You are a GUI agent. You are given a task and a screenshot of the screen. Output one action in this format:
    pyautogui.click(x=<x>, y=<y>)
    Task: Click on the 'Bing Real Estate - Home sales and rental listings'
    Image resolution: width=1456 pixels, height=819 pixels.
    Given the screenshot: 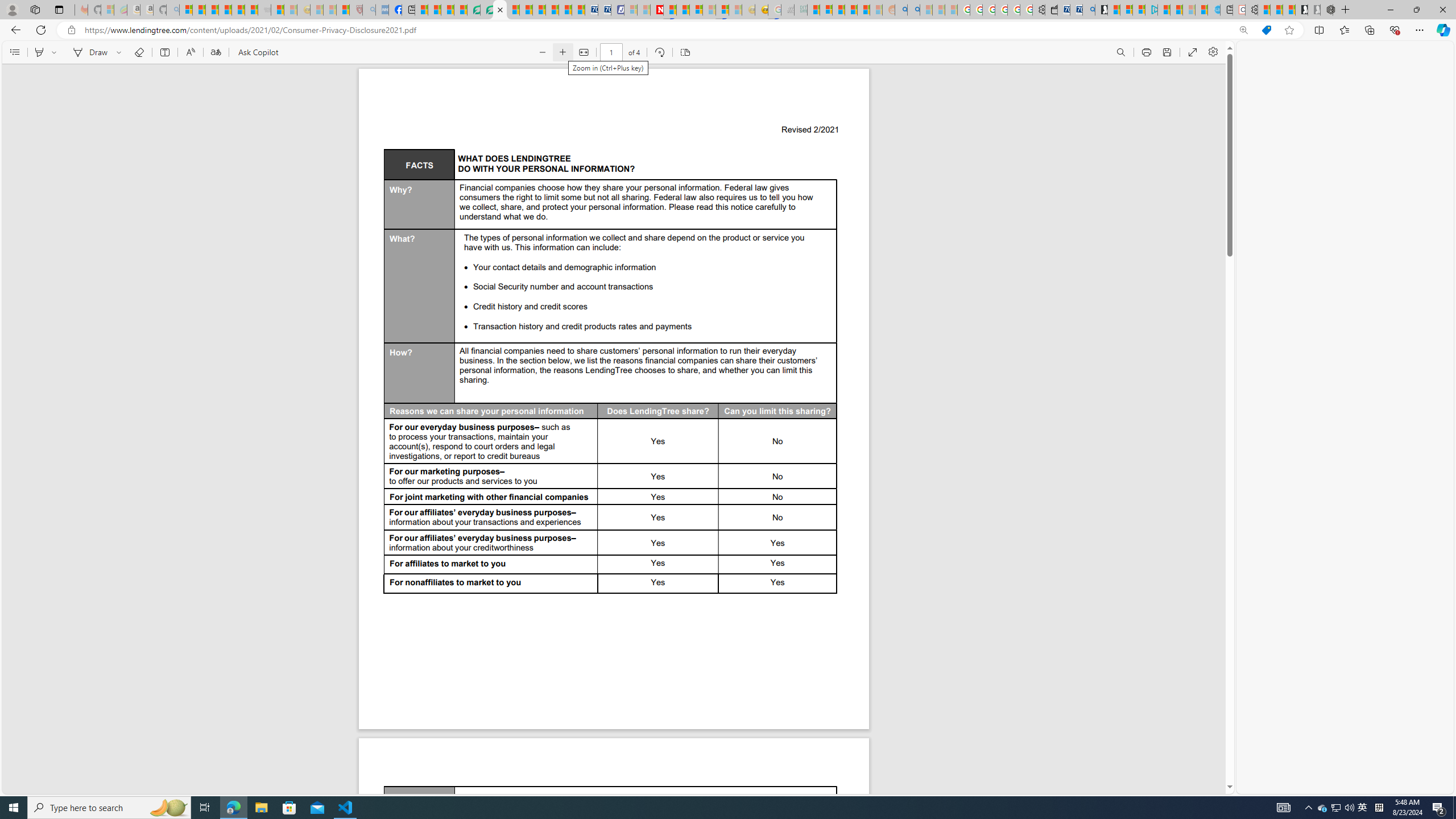 What is the action you would take?
    pyautogui.click(x=1087, y=9)
    